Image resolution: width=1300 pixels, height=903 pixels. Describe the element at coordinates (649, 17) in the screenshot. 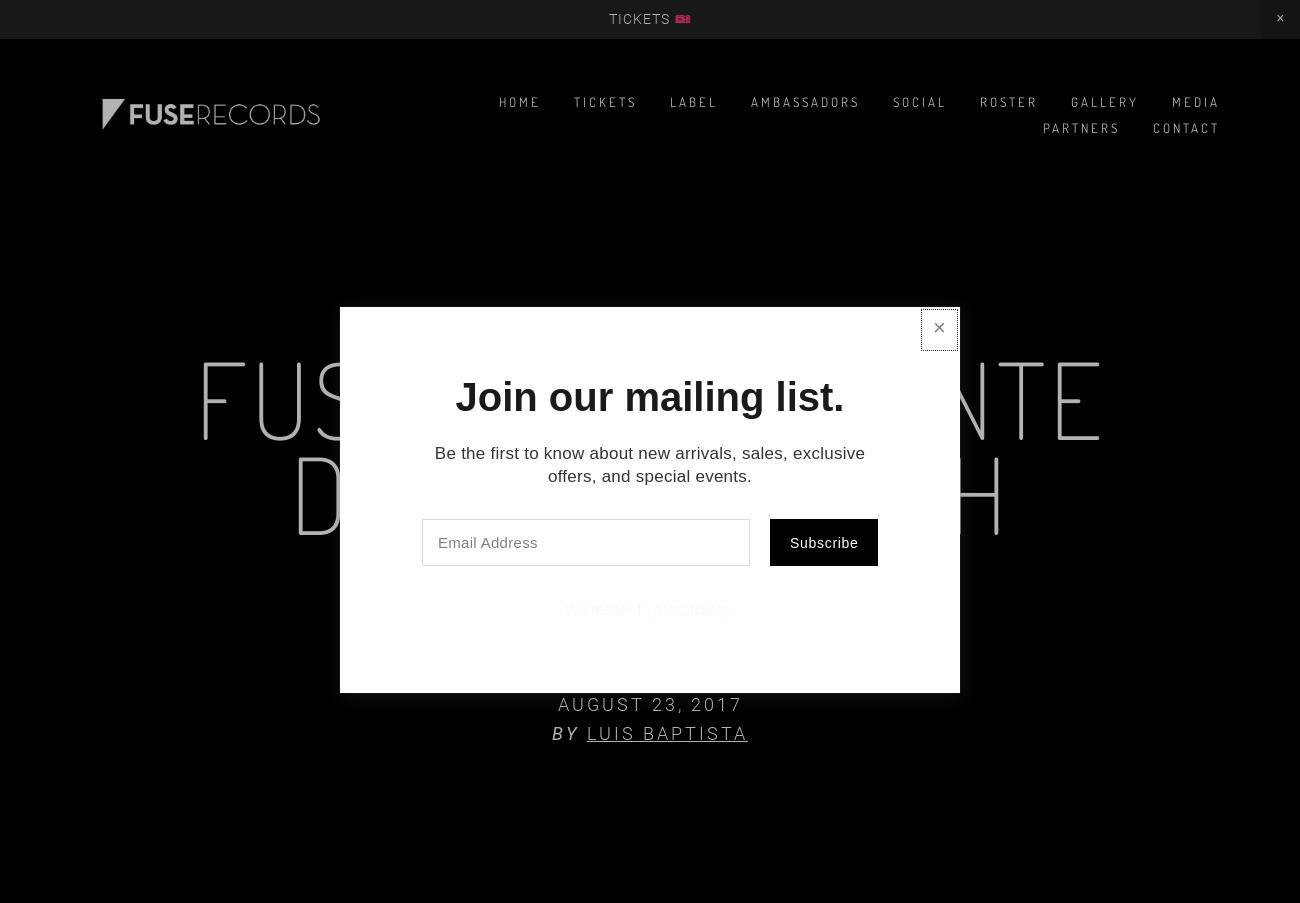

I see `'TICKETS 🎫'` at that location.